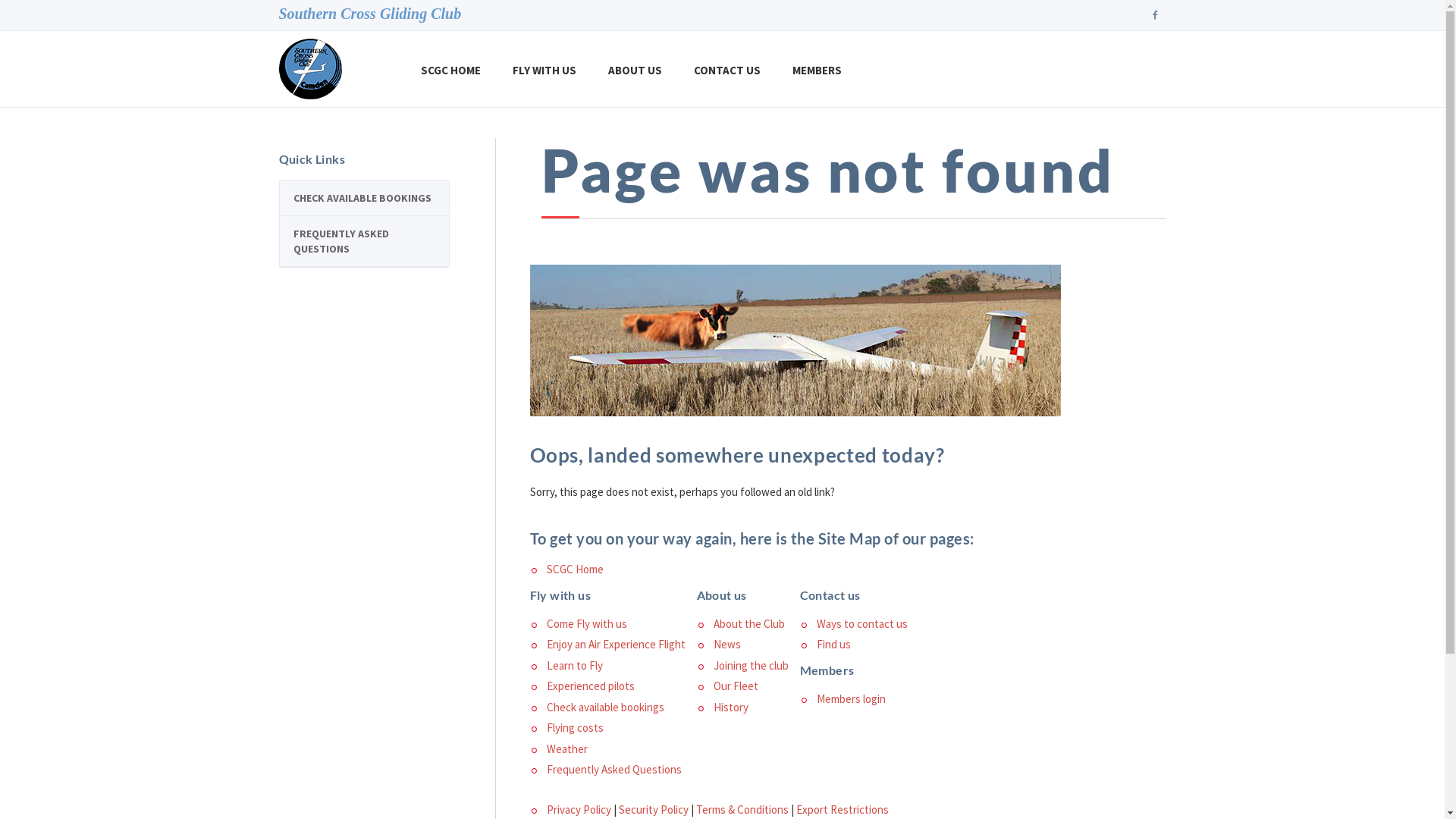  I want to click on 'Export Restrictions', so click(841, 808).